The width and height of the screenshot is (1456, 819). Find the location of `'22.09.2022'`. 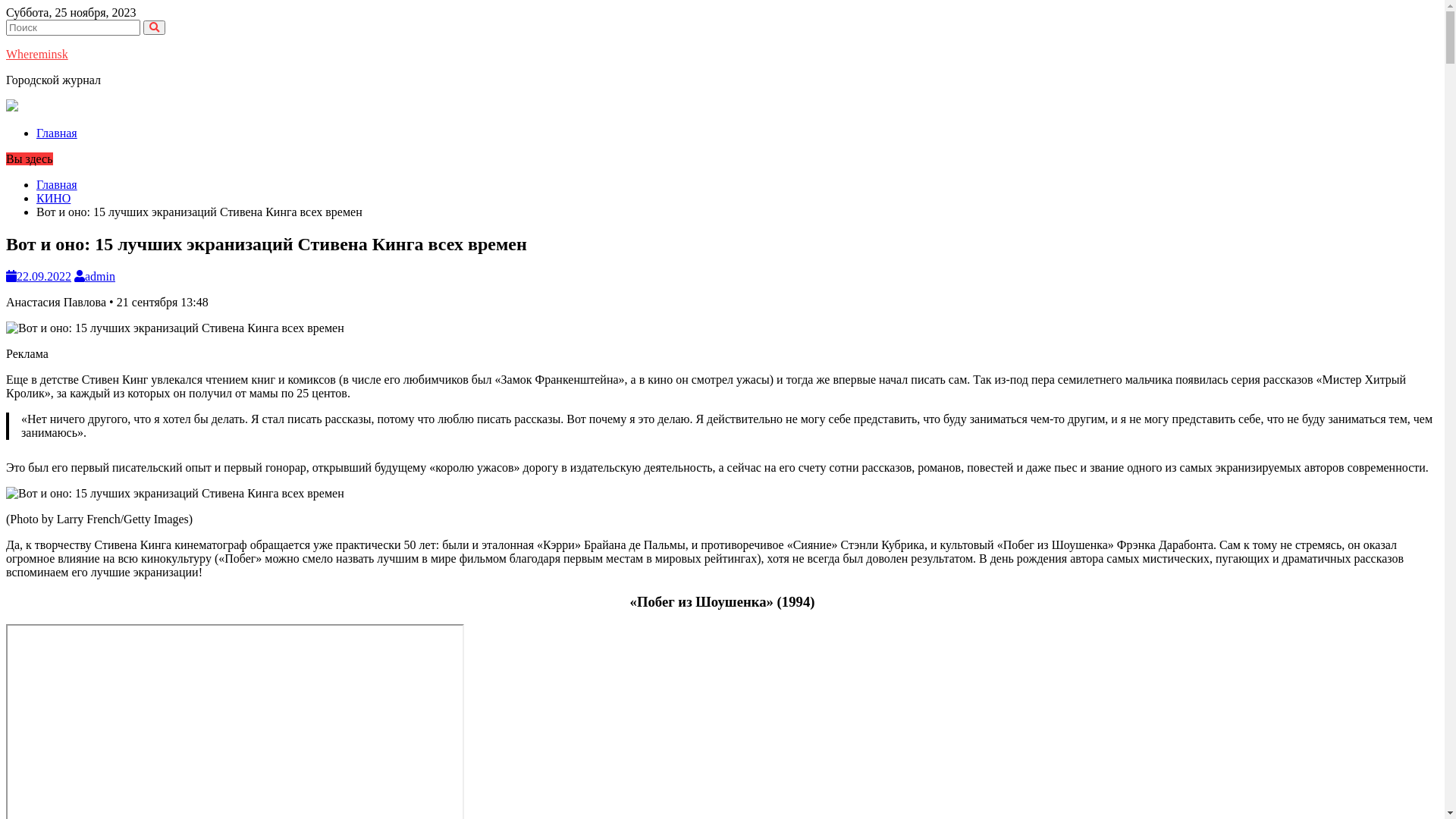

'22.09.2022' is located at coordinates (39, 276).